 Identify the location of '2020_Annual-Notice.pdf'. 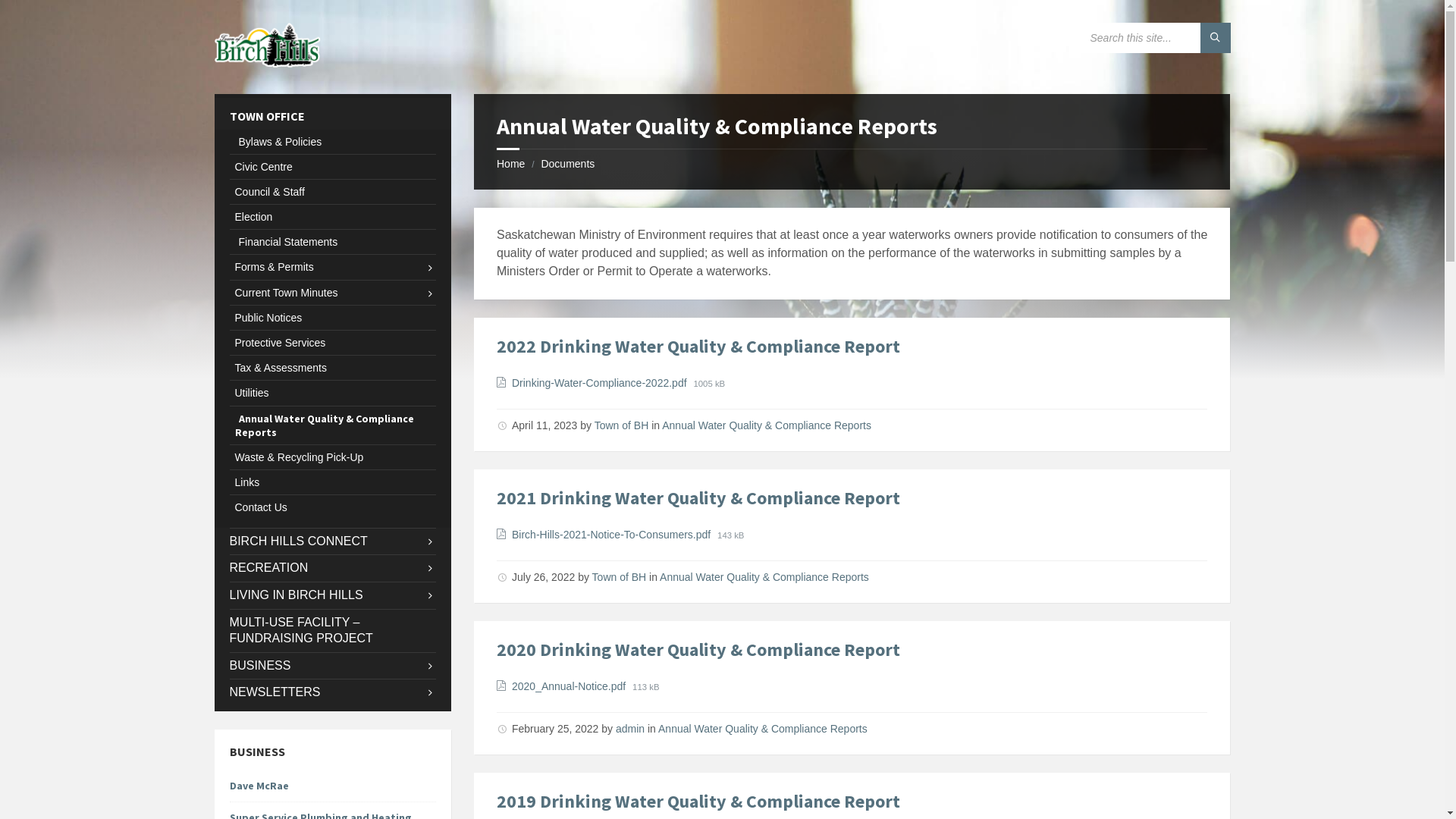
(512, 686).